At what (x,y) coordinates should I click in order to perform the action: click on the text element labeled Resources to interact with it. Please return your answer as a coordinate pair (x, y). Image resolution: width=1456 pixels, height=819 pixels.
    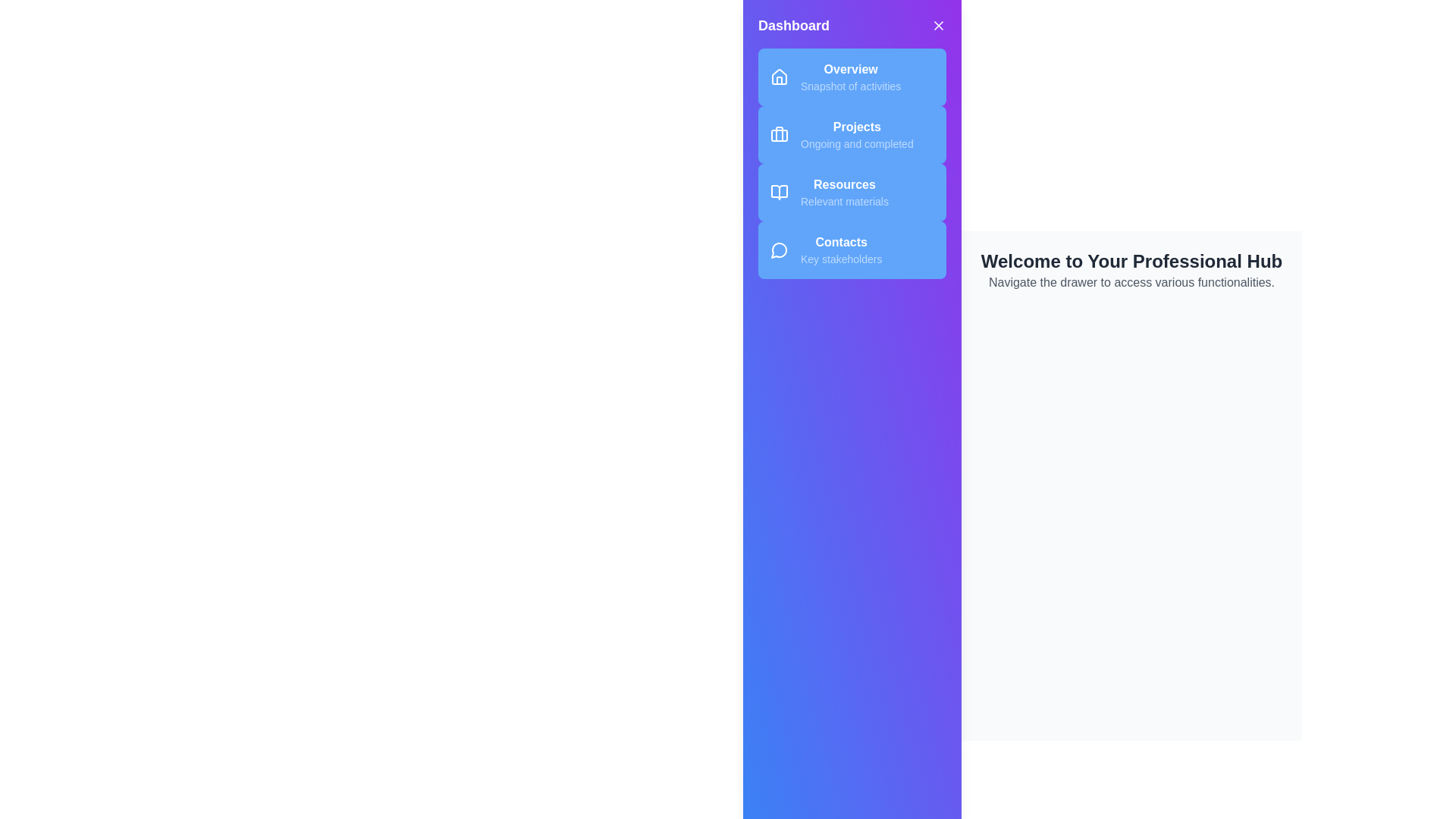
    Looking at the image, I should click on (843, 184).